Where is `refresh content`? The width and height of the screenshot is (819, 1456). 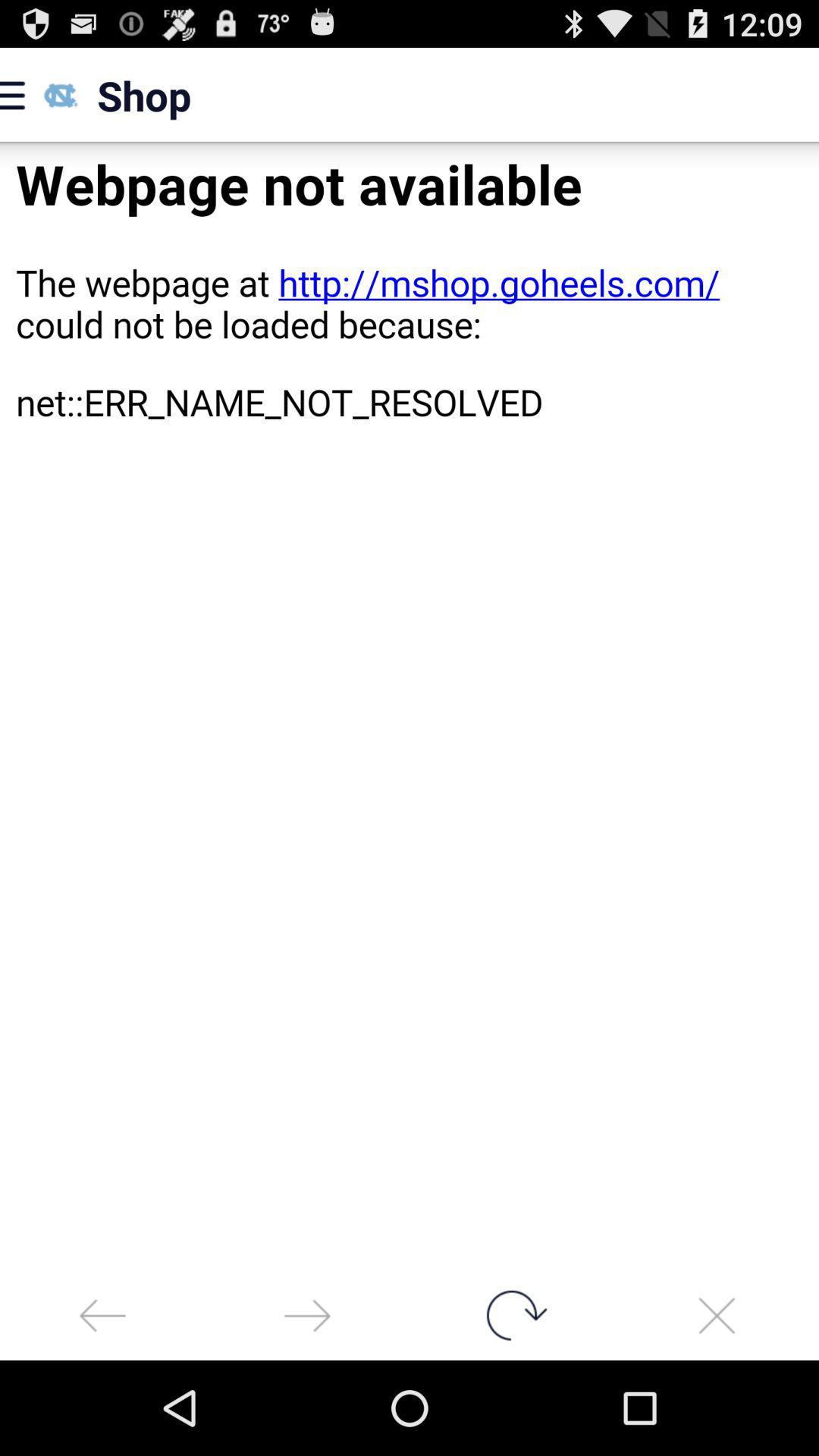
refresh content is located at coordinates (512, 1314).